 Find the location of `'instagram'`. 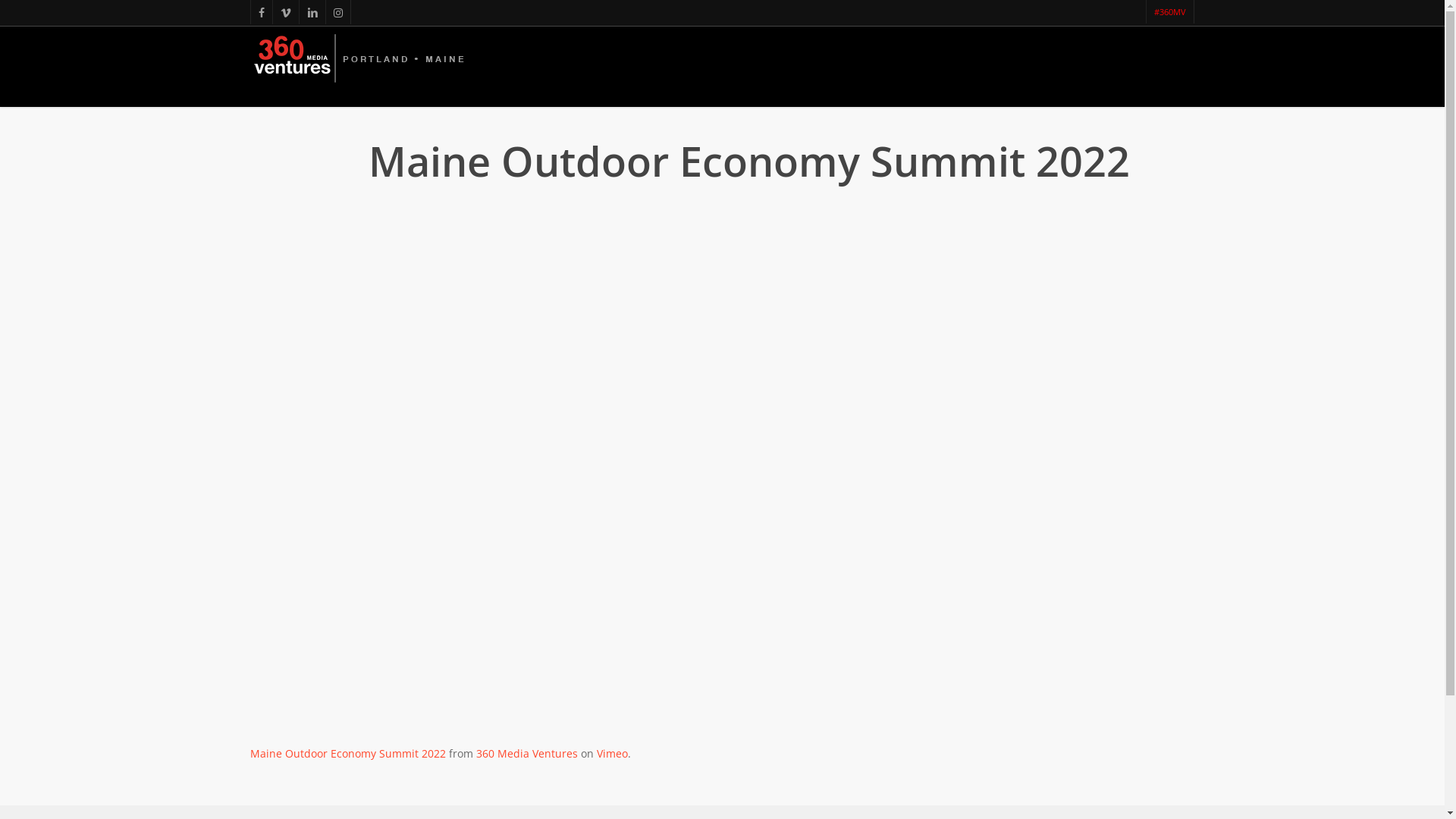

'instagram' is located at coordinates (337, 11).